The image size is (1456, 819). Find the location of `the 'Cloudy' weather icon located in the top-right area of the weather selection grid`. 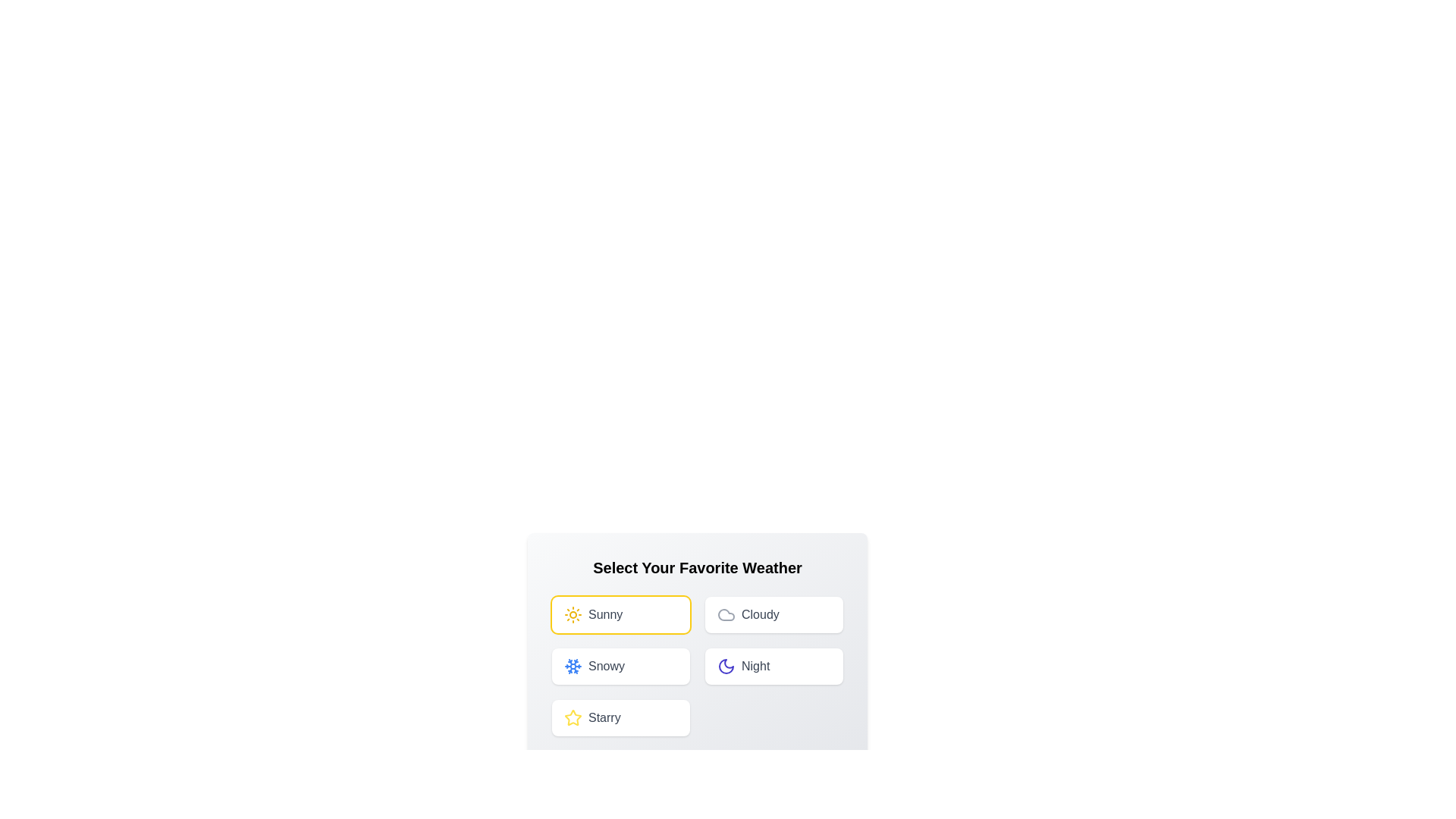

the 'Cloudy' weather icon located in the top-right area of the weather selection grid is located at coordinates (726, 614).